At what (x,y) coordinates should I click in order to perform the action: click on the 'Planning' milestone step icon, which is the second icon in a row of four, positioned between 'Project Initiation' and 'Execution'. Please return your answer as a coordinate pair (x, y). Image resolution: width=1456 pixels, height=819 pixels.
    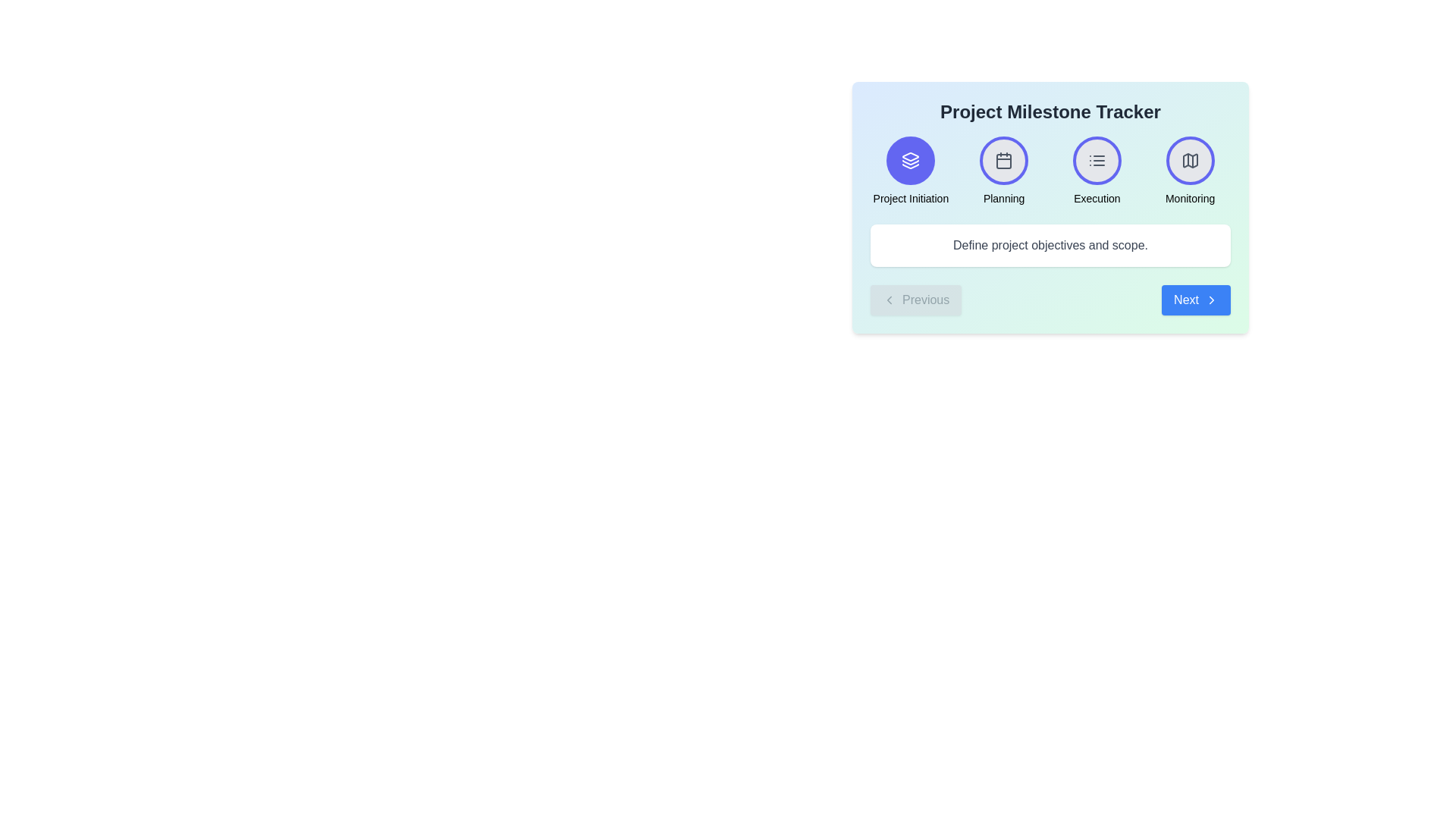
    Looking at the image, I should click on (1004, 171).